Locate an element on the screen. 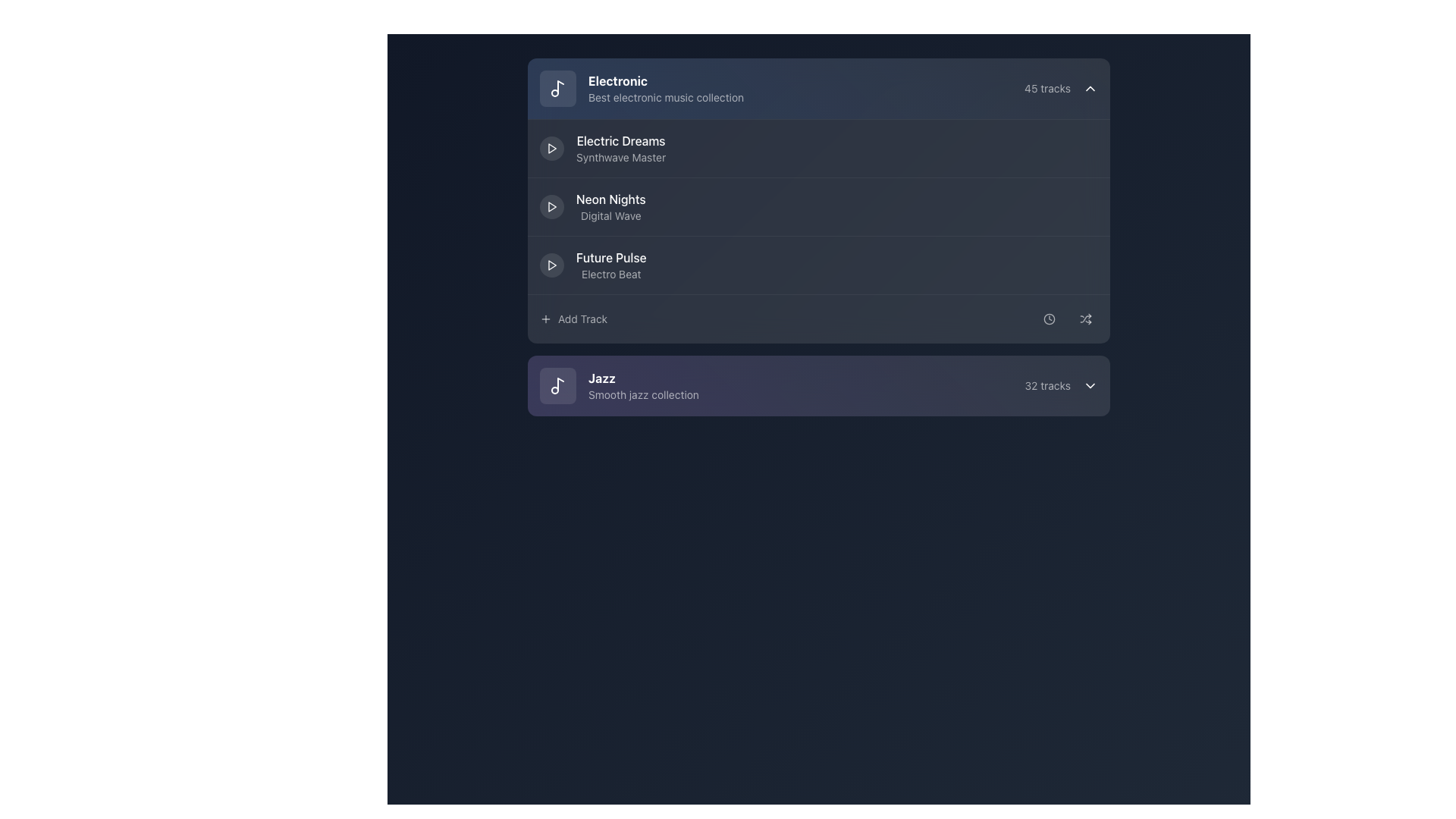 The height and width of the screenshot is (819, 1456). the music note icon, which is a white SVG graphic with a circular base and stem, located to the left of the 'Electronic' music collection title is located at coordinates (557, 88).